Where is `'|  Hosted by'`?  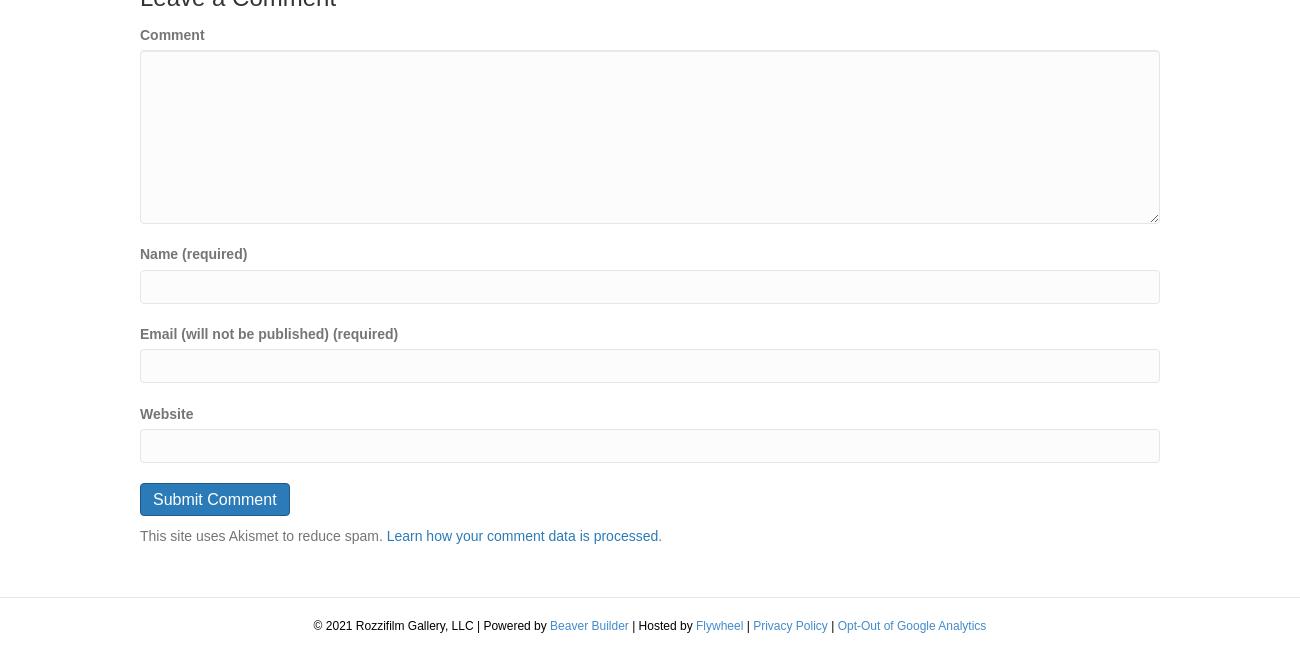
'|  Hosted by' is located at coordinates (660, 625).